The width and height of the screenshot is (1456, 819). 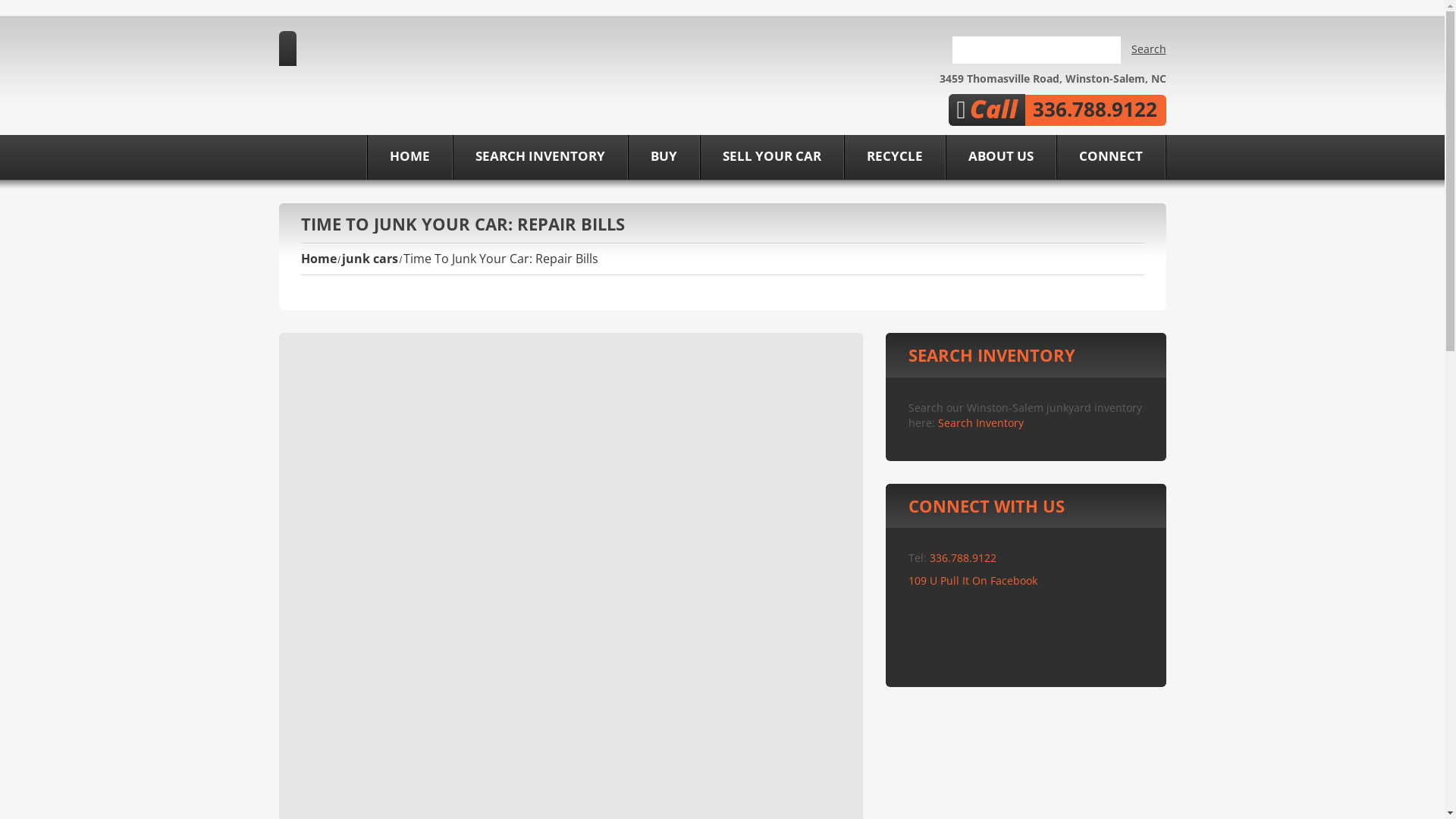 I want to click on 'Watch us on Youtube', so click(x=920, y=108).